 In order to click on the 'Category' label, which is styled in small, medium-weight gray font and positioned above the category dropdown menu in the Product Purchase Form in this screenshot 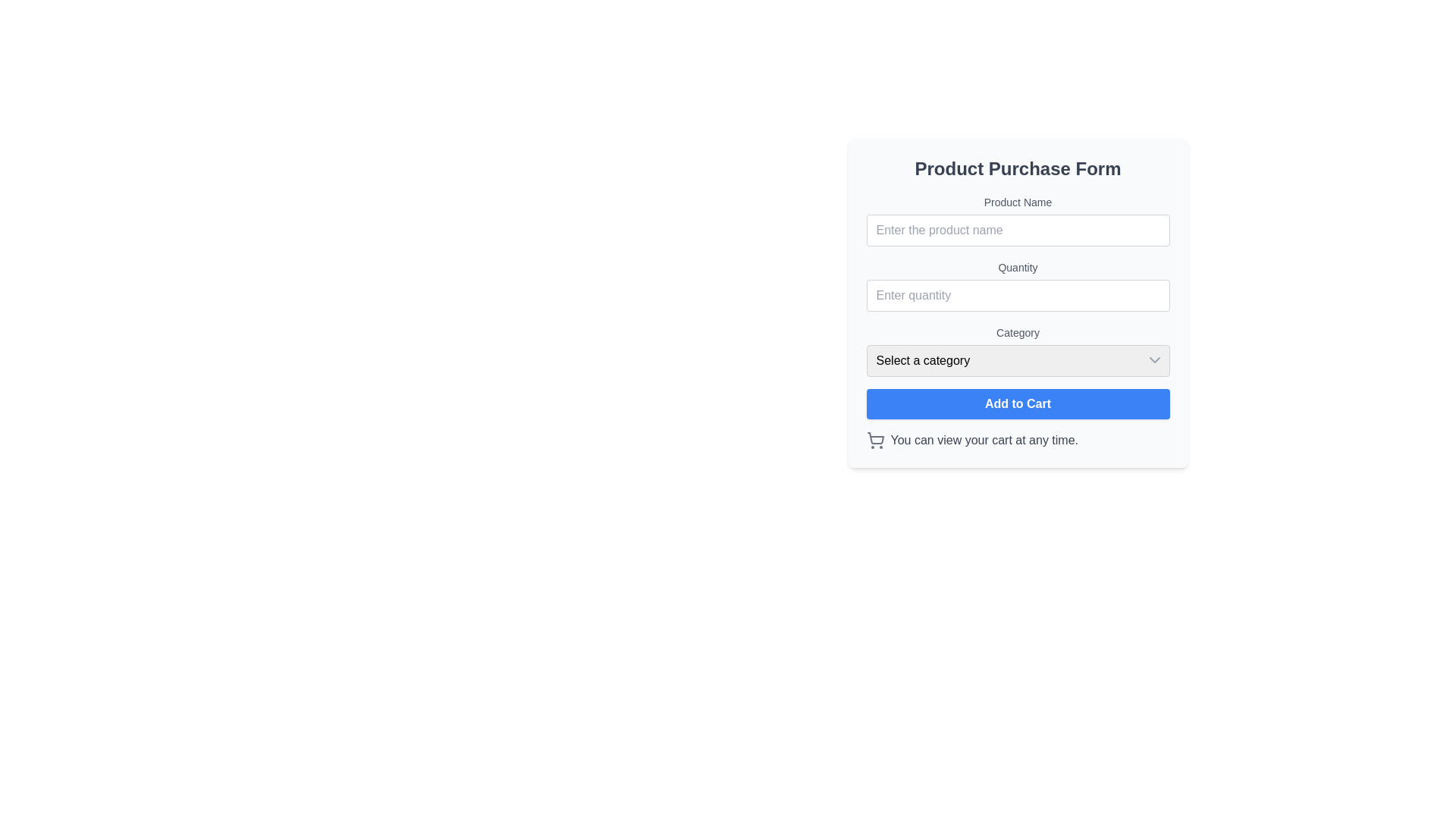, I will do `click(1018, 332)`.